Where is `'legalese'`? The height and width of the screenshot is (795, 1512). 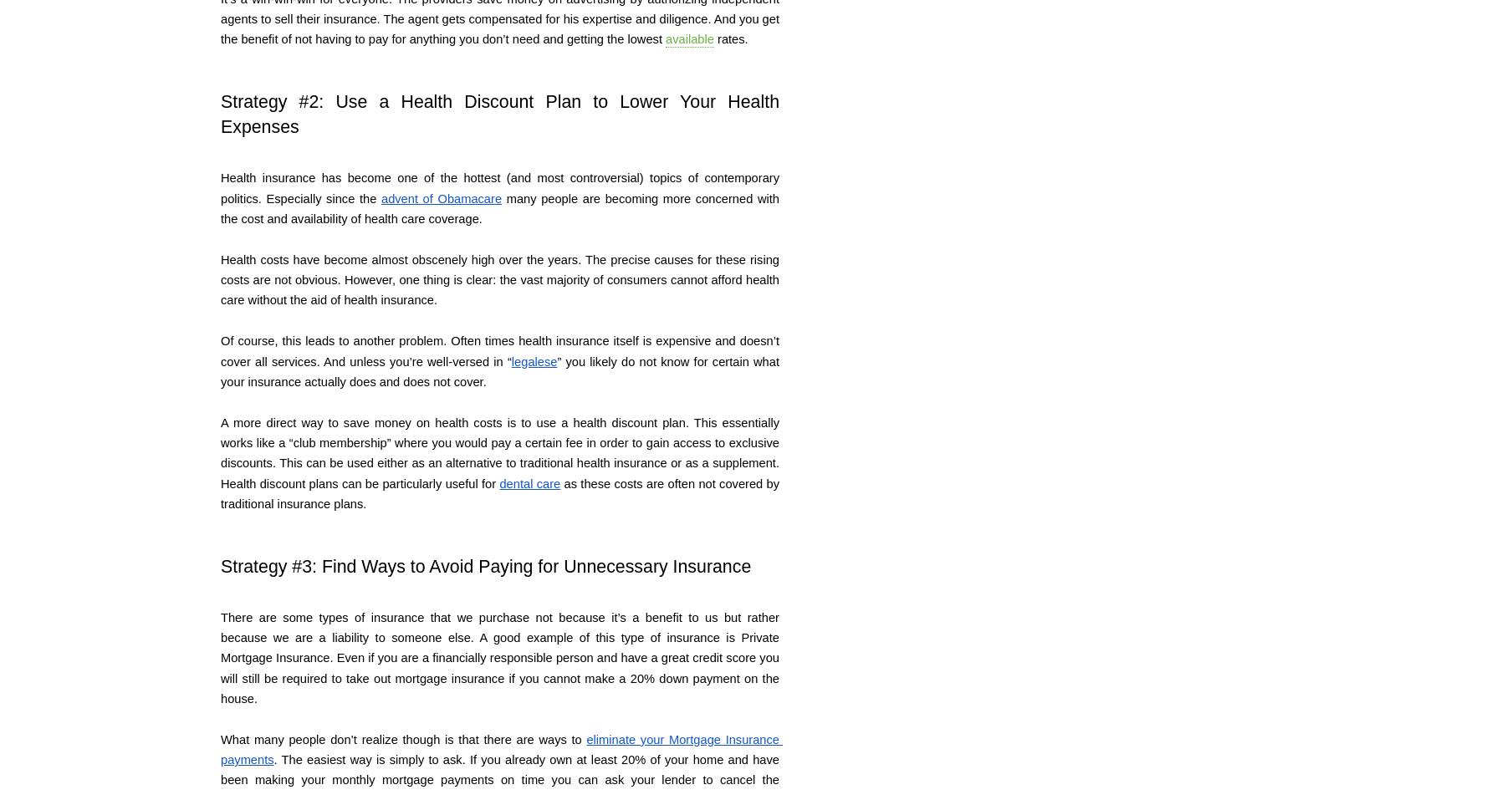 'legalese' is located at coordinates (534, 361).